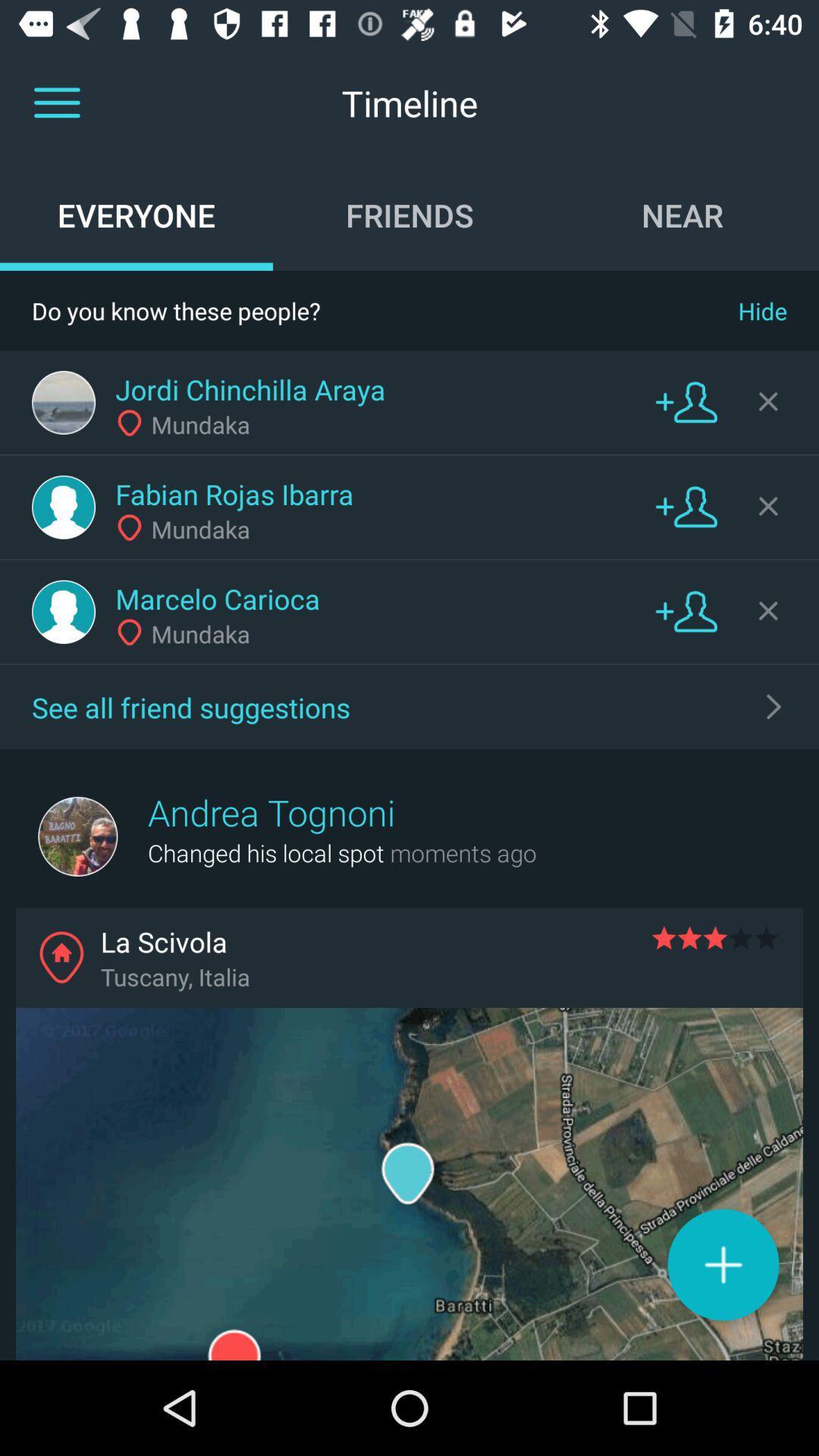  I want to click on zoom botton, so click(722, 1264).